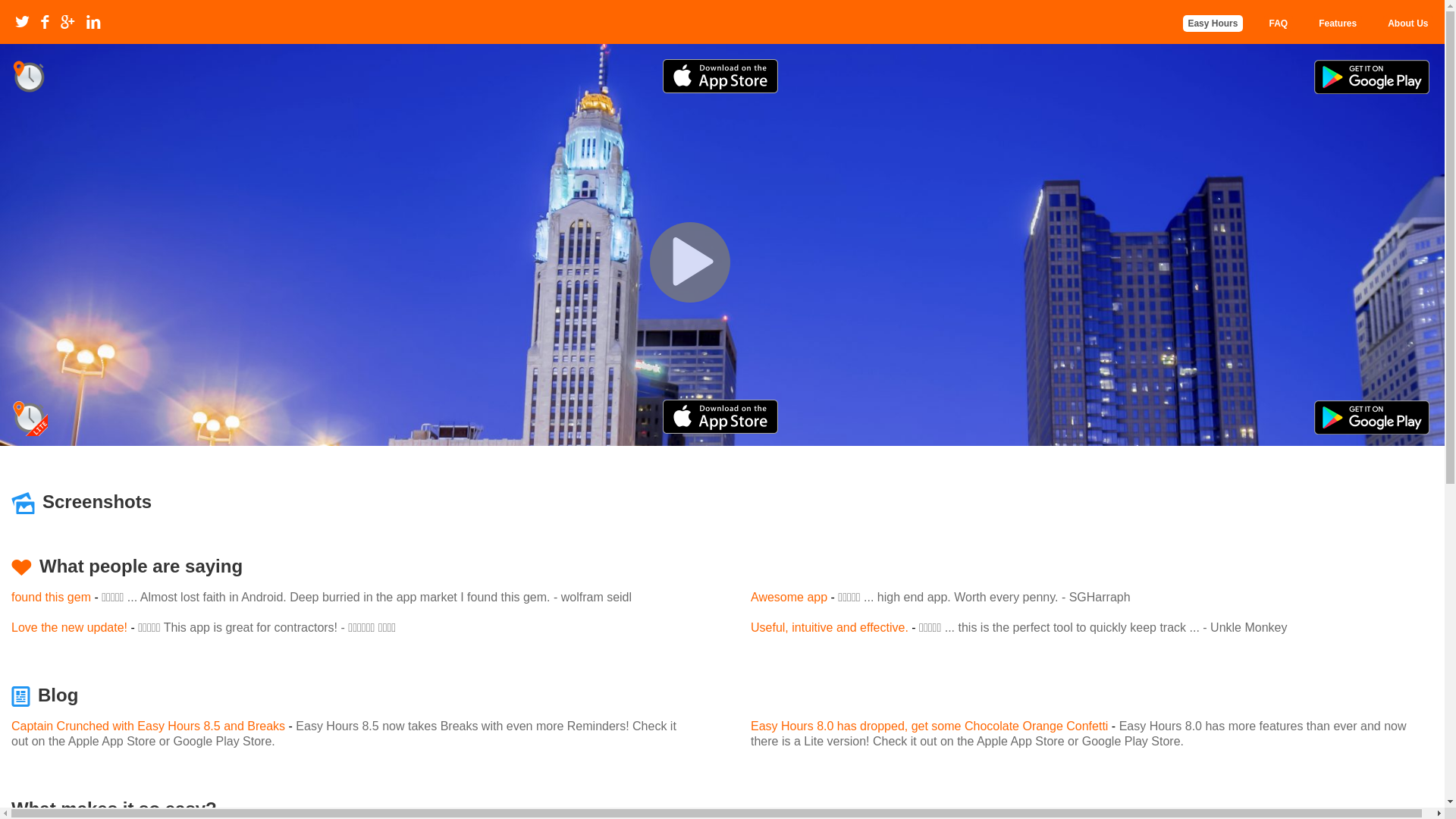 Image resolution: width=1456 pixels, height=819 pixels. Describe the element at coordinates (789, 596) in the screenshot. I see `'Awesome app'` at that location.